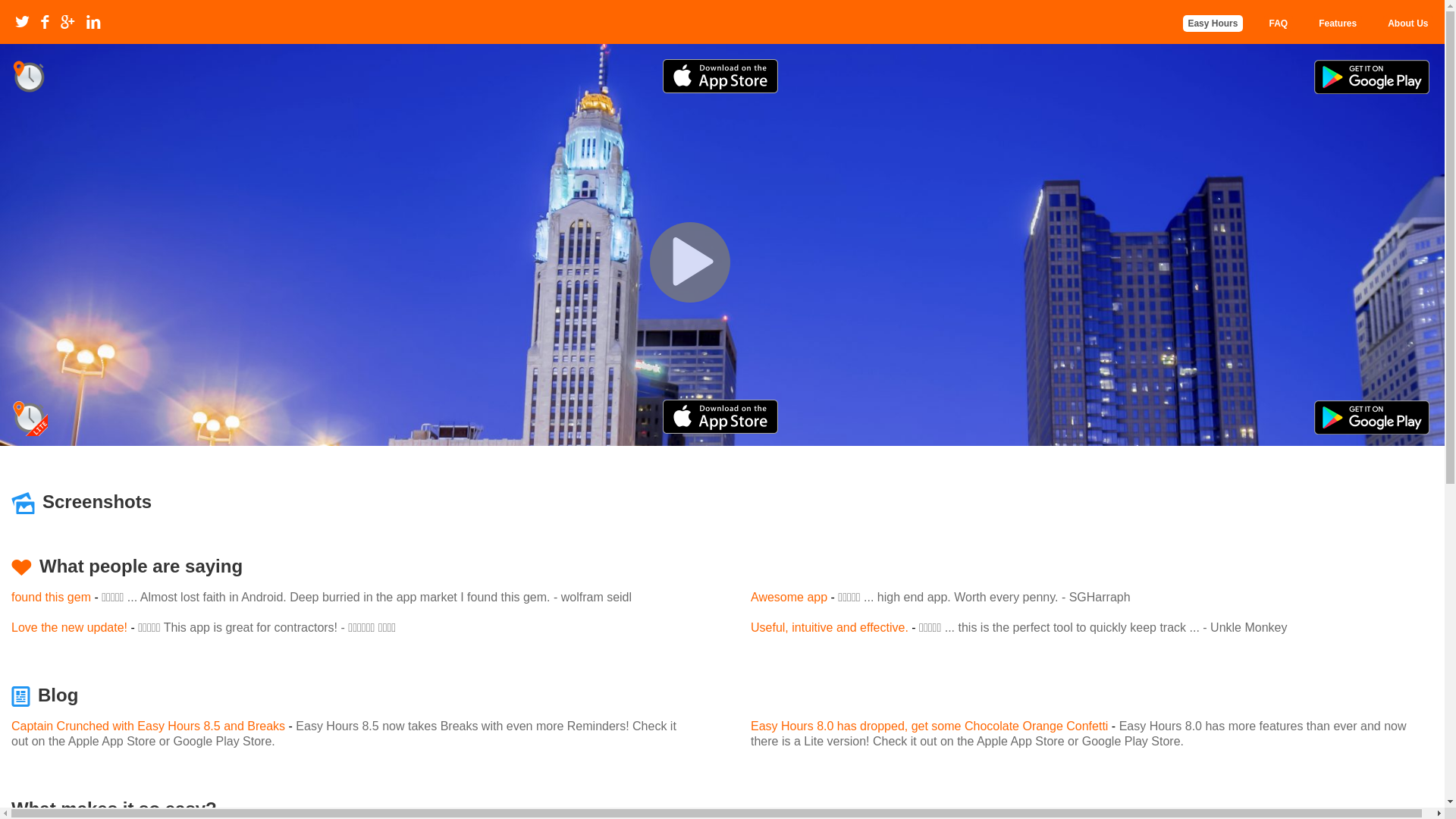 Image resolution: width=1456 pixels, height=819 pixels. Describe the element at coordinates (789, 596) in the screenshot. I see `'Awesome app'` at that location.